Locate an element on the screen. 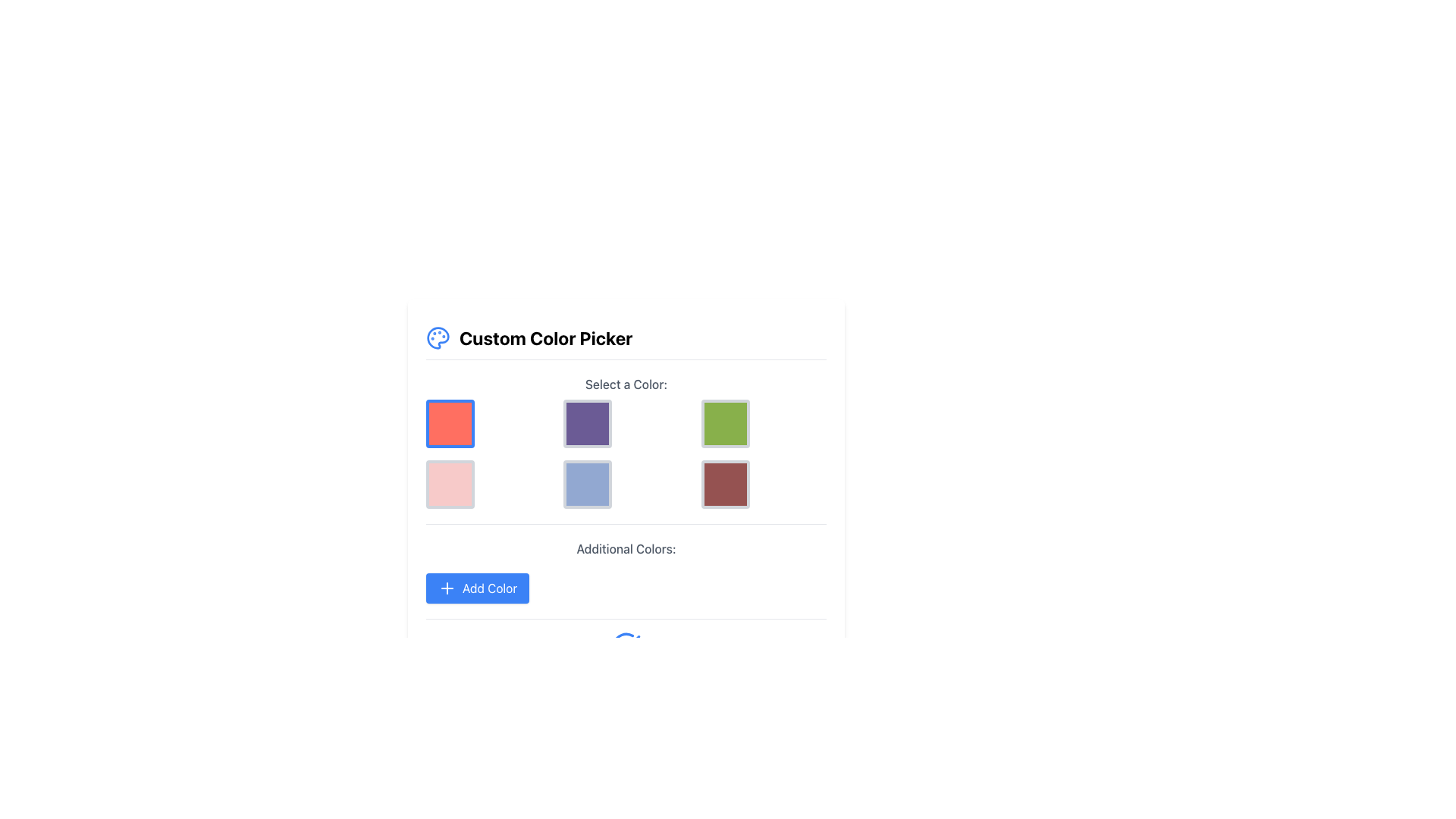  the selectable color box located in the middle of the top row of a 3x2 grid in the color picker interface, directly below the 'Select a Color' heading is located at coordinates (587, 424).